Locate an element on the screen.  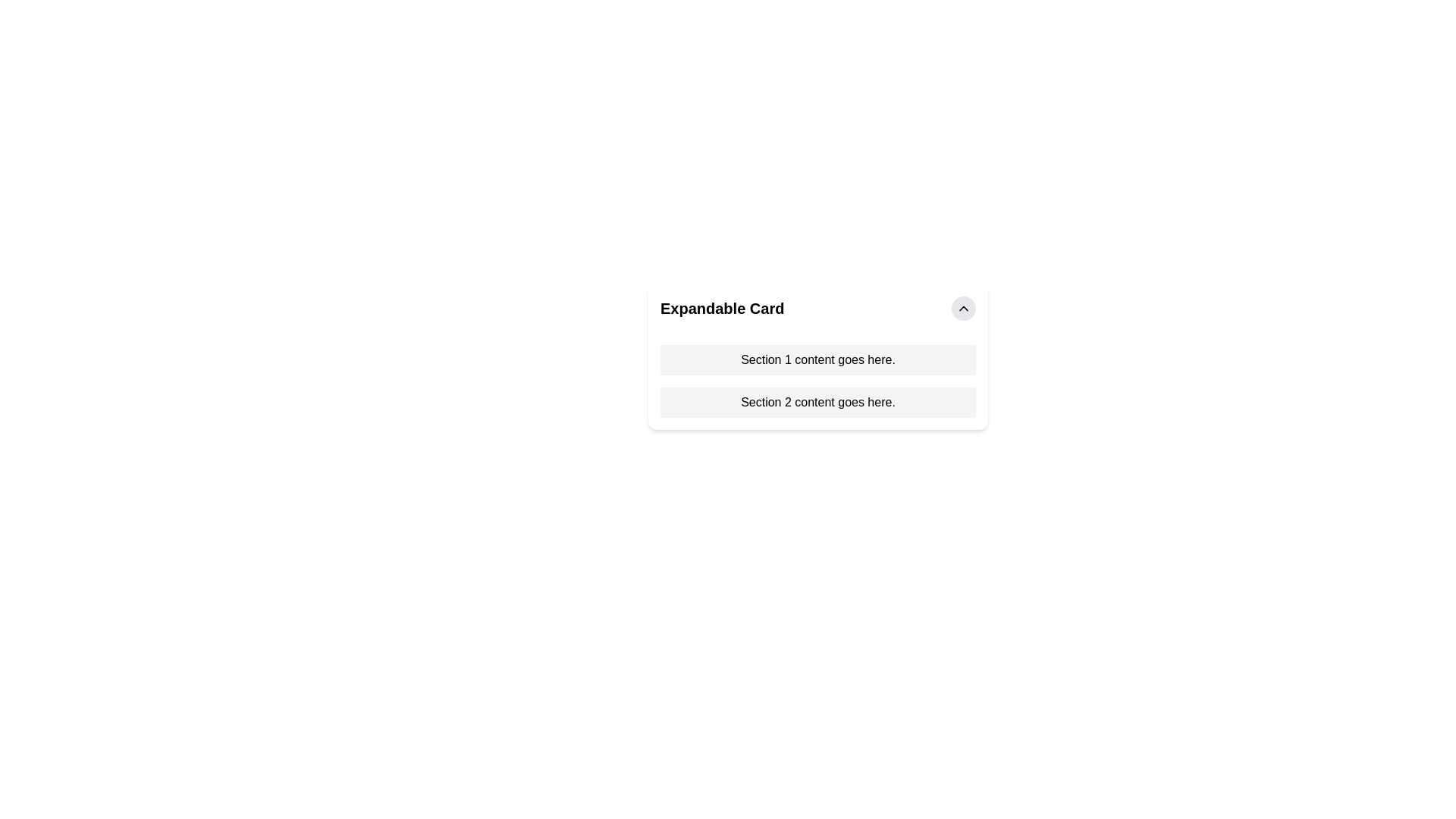
the text block with light gray background containing 'Section 2 content goes here.' which is positioned below the similar block with 'Section 1 content goes here.' is located at coordinates (817, 402).